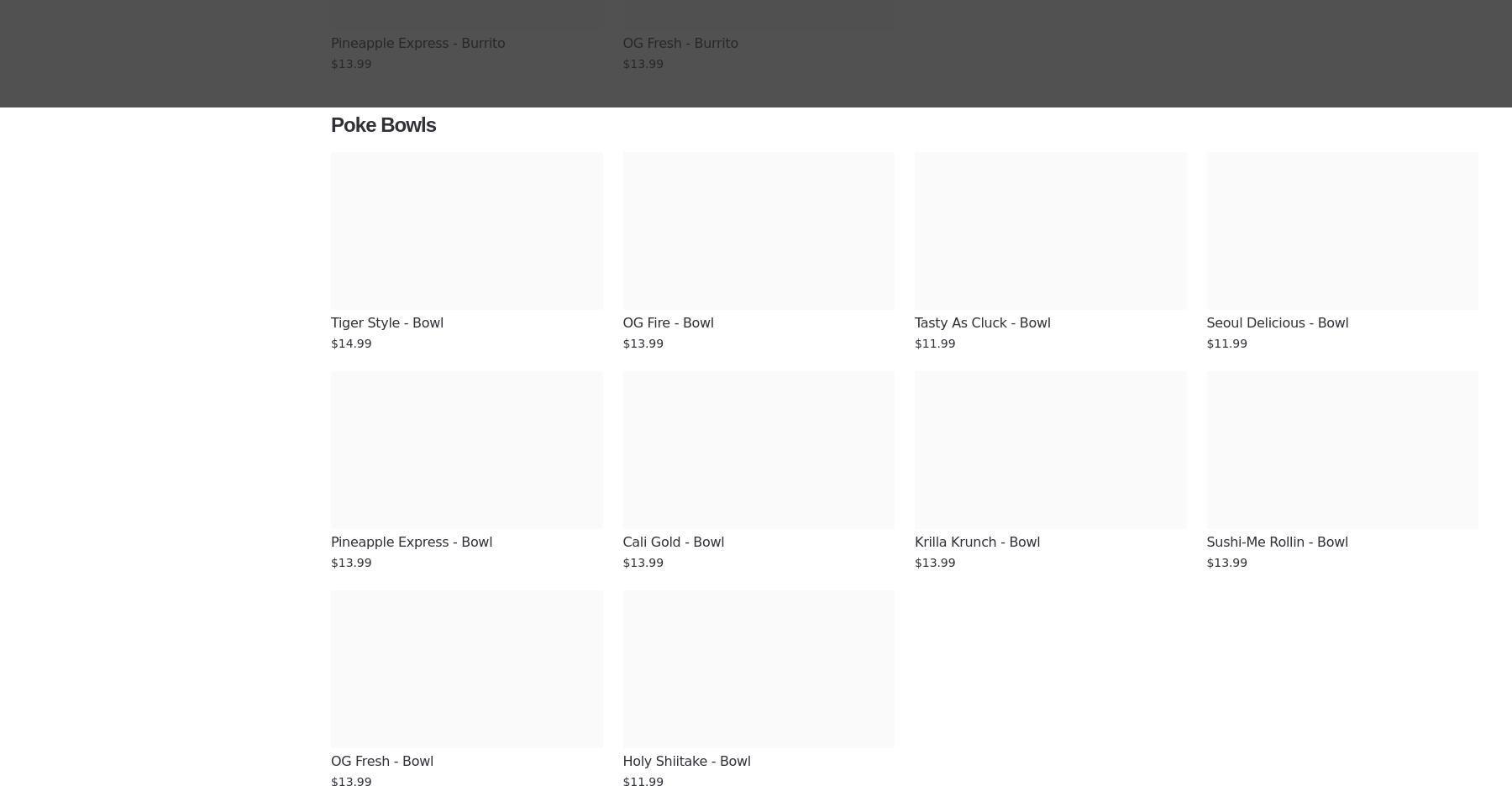 The height and width of the screenshot is (786, 1512). What do you see at coordinates (668, 322) in the screenshot?
I see `'OG Fire - Bowl'` at bounding box center [668, 322].